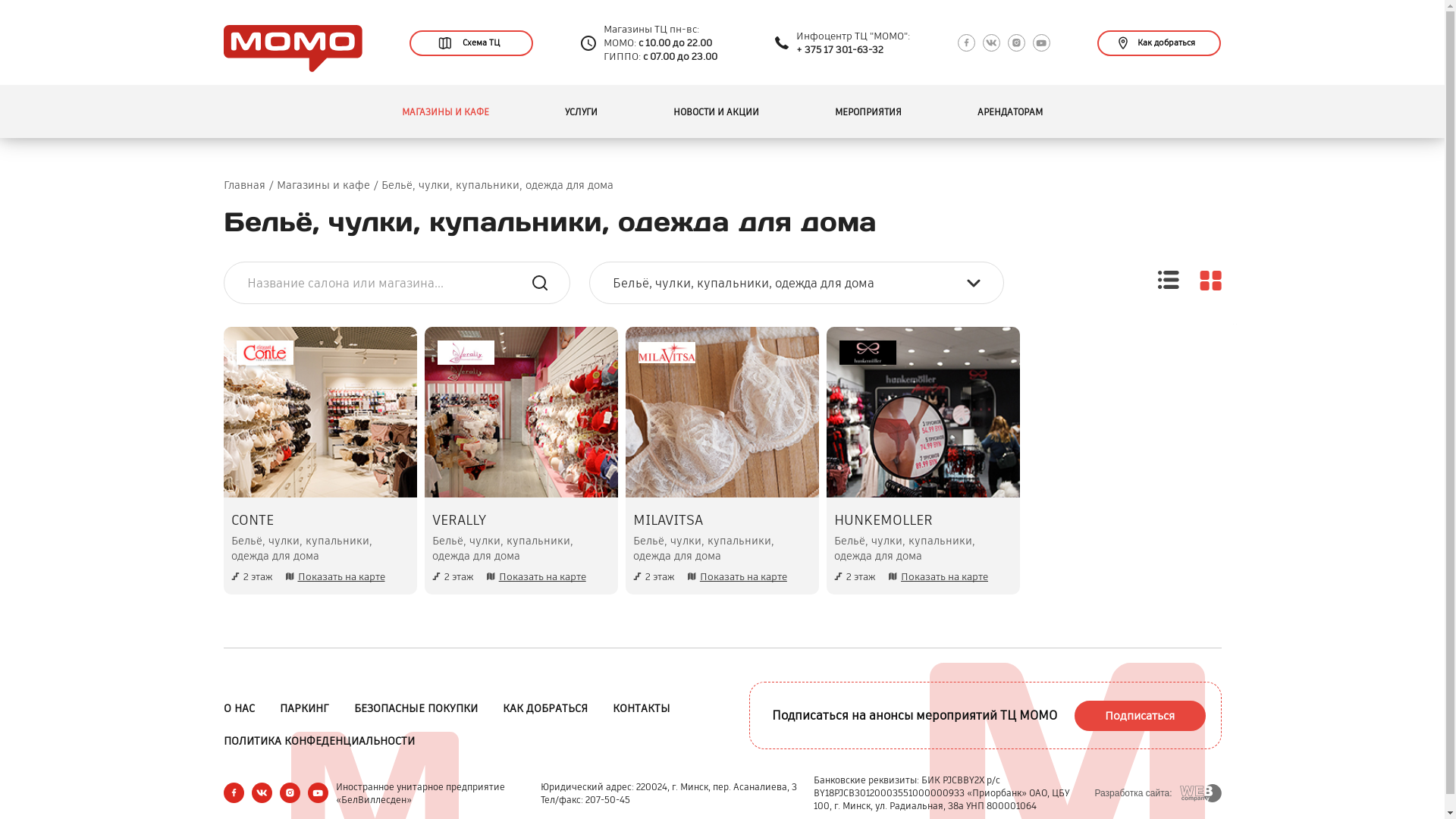 Image resolution: width=1456 pixels, height=819 pixels. Describe the element at coordinates (795, 49) in the screenshot. I see `'+ 375 17 301-63-32'` at that location.